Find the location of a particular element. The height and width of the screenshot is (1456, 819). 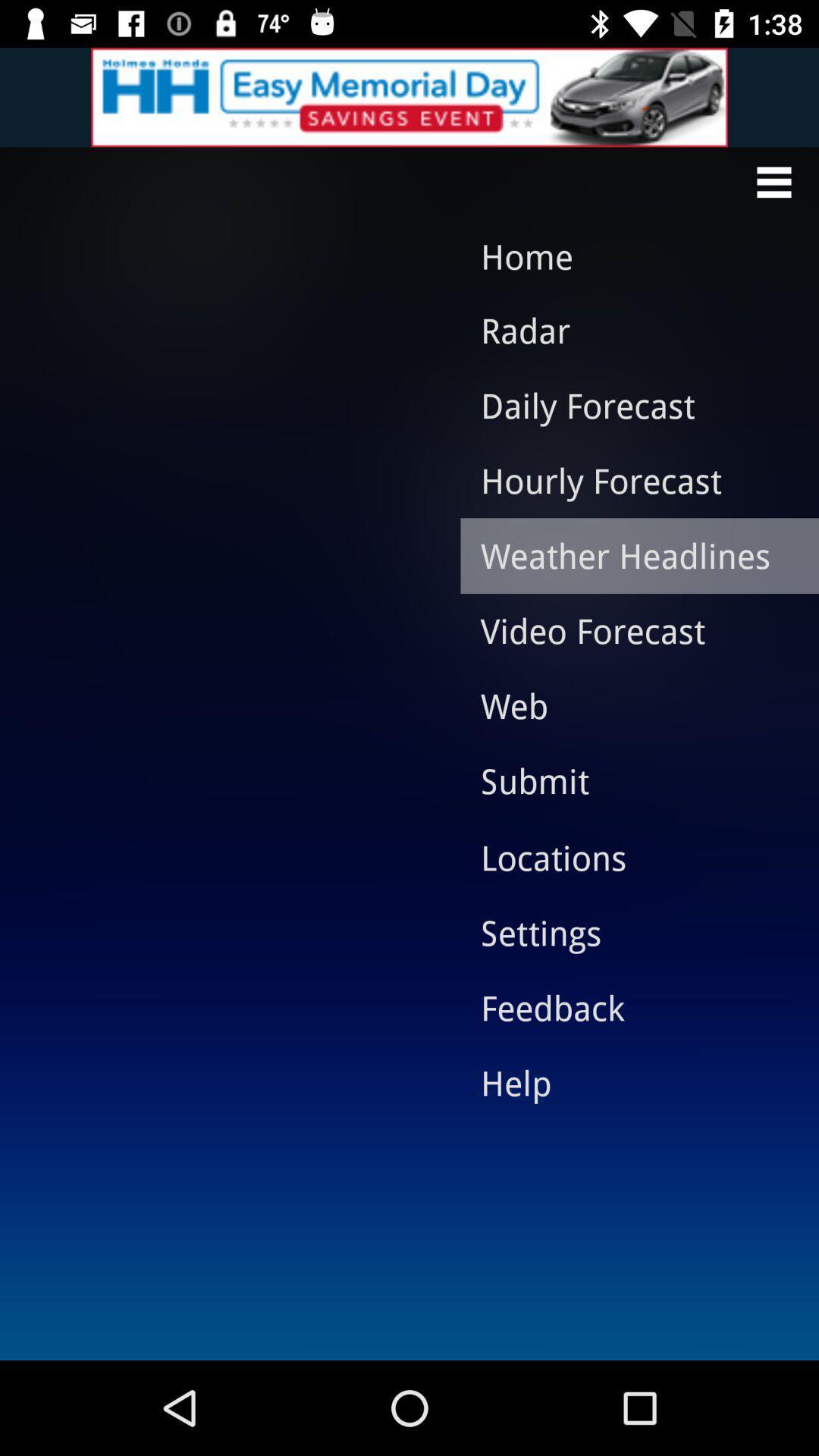

video forecast is located at coordinates (628, 630).